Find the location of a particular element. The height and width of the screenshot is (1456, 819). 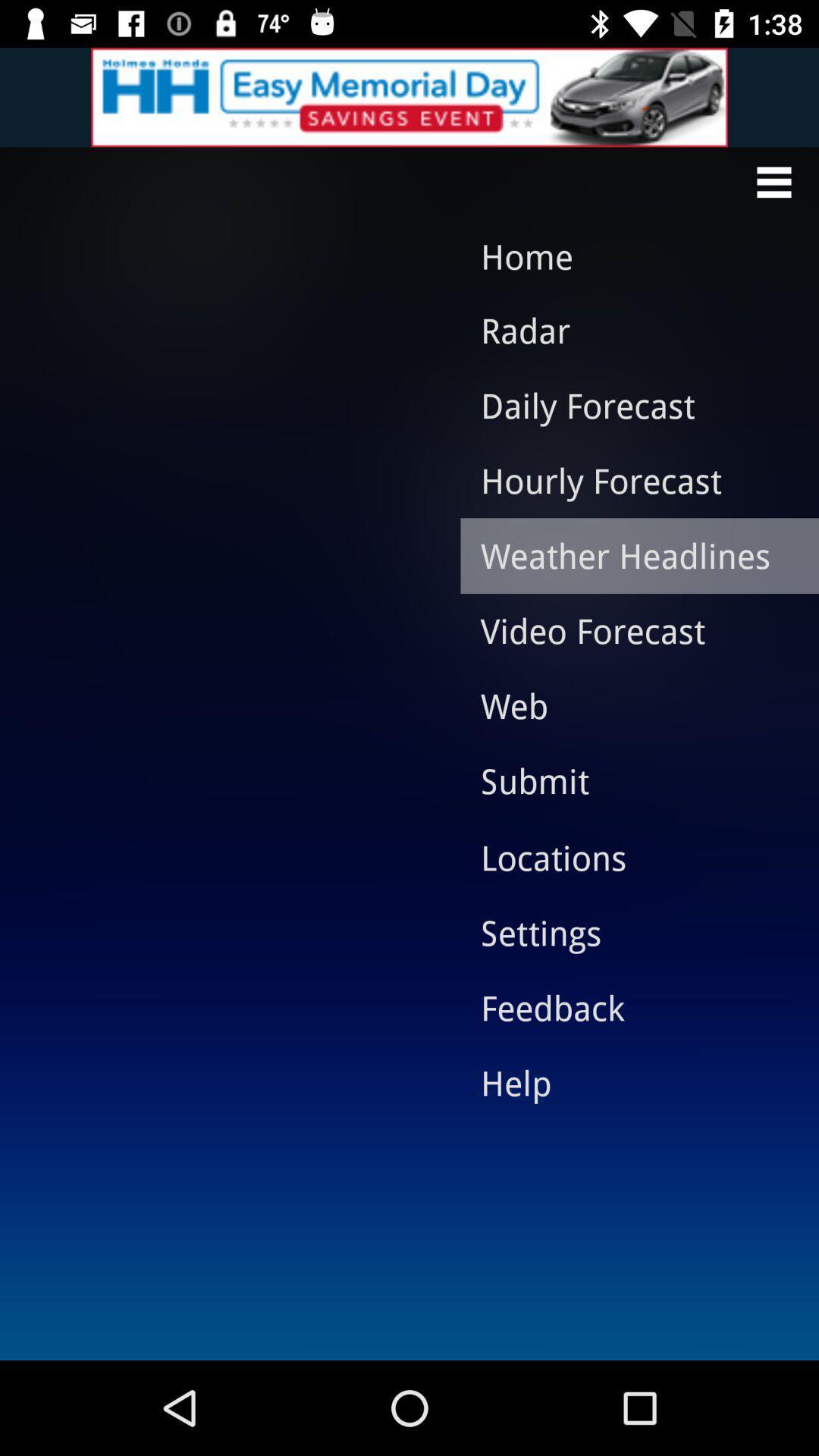

video forecast is located at coordinates (628, 630).